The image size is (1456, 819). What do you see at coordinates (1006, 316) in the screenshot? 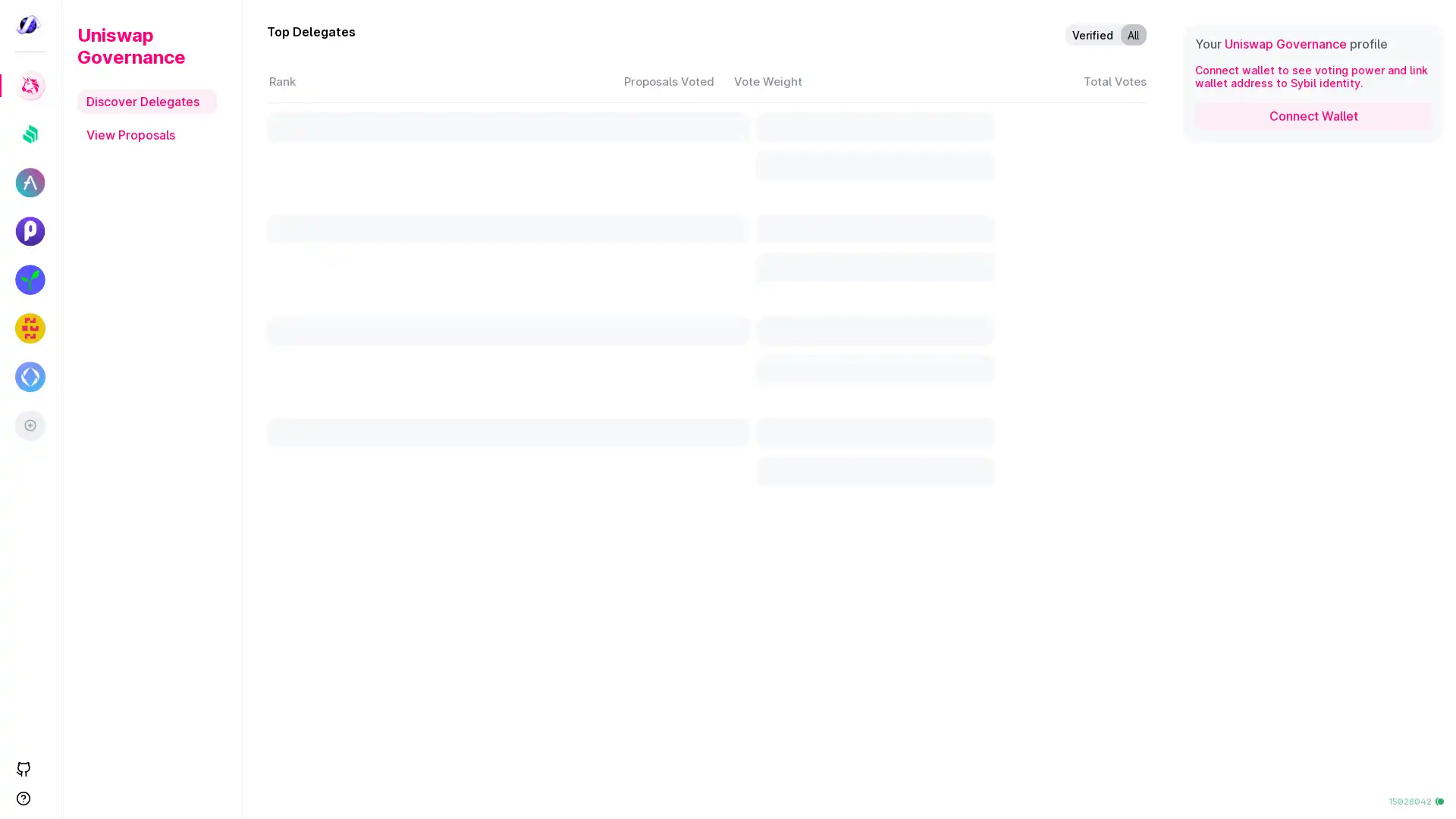
I see `Delegate` at bounding box center [1006, 316].